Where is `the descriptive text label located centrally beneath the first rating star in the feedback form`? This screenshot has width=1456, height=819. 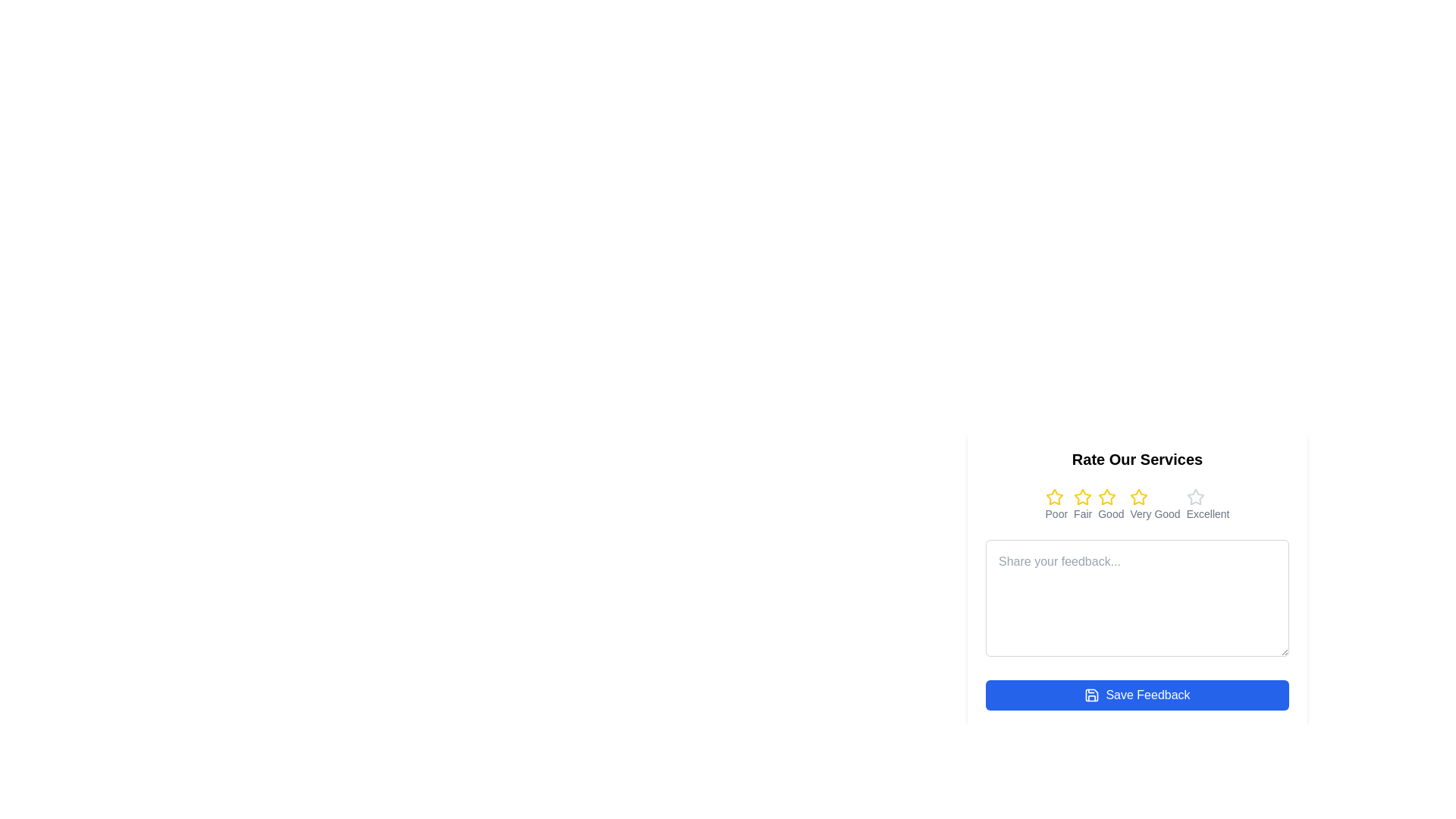
the descriptive text label located centrally beneath the first rating star in the feedback form is located at coordinates (1056, 513).